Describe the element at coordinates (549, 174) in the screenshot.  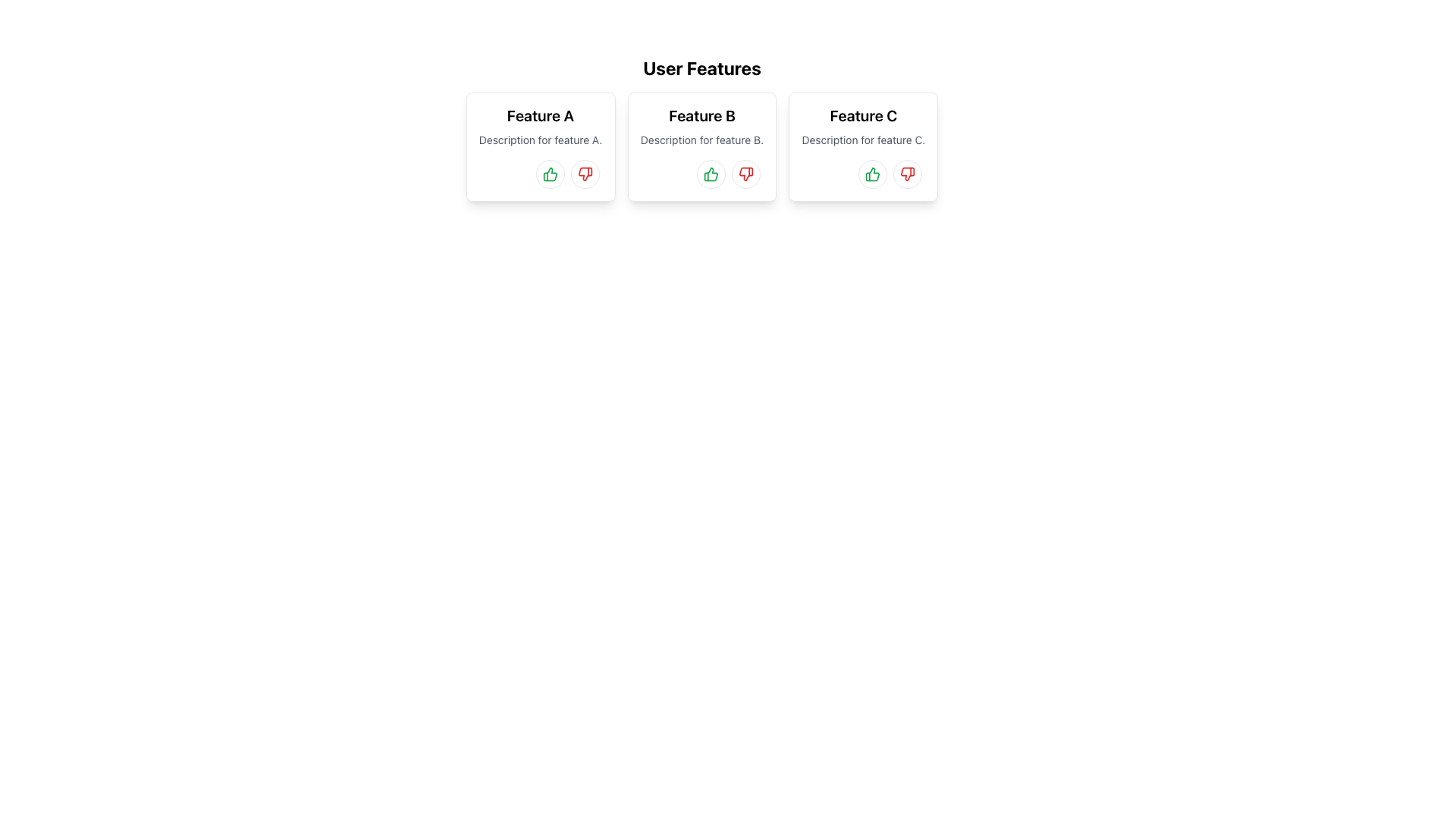
I see `the small green 'thumbs-up' icon within the 'Feature B' card` at that location.